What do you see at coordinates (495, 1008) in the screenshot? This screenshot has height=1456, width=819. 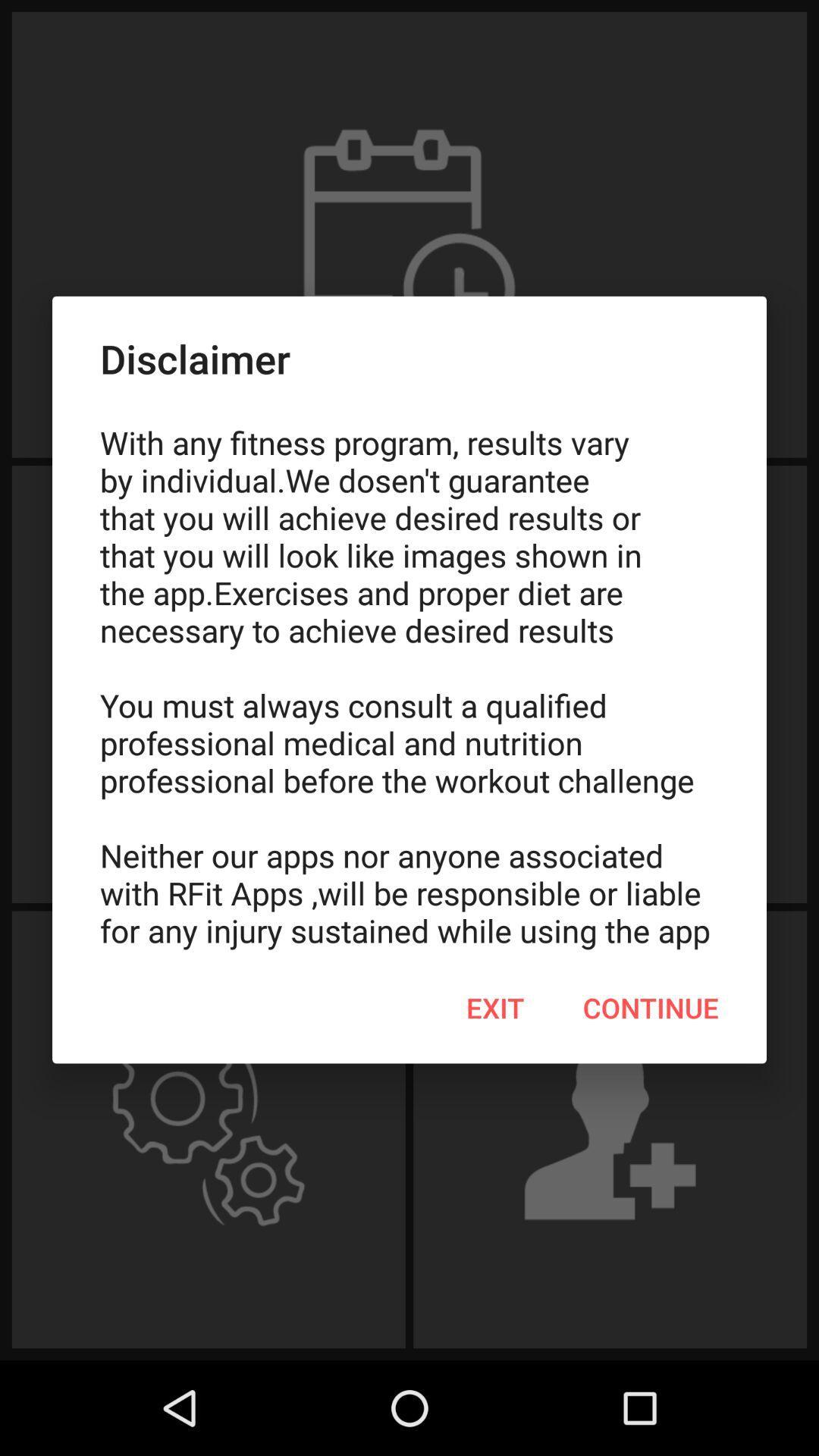 I see `the exit at the bottom` at bounding box center [495, 1008].